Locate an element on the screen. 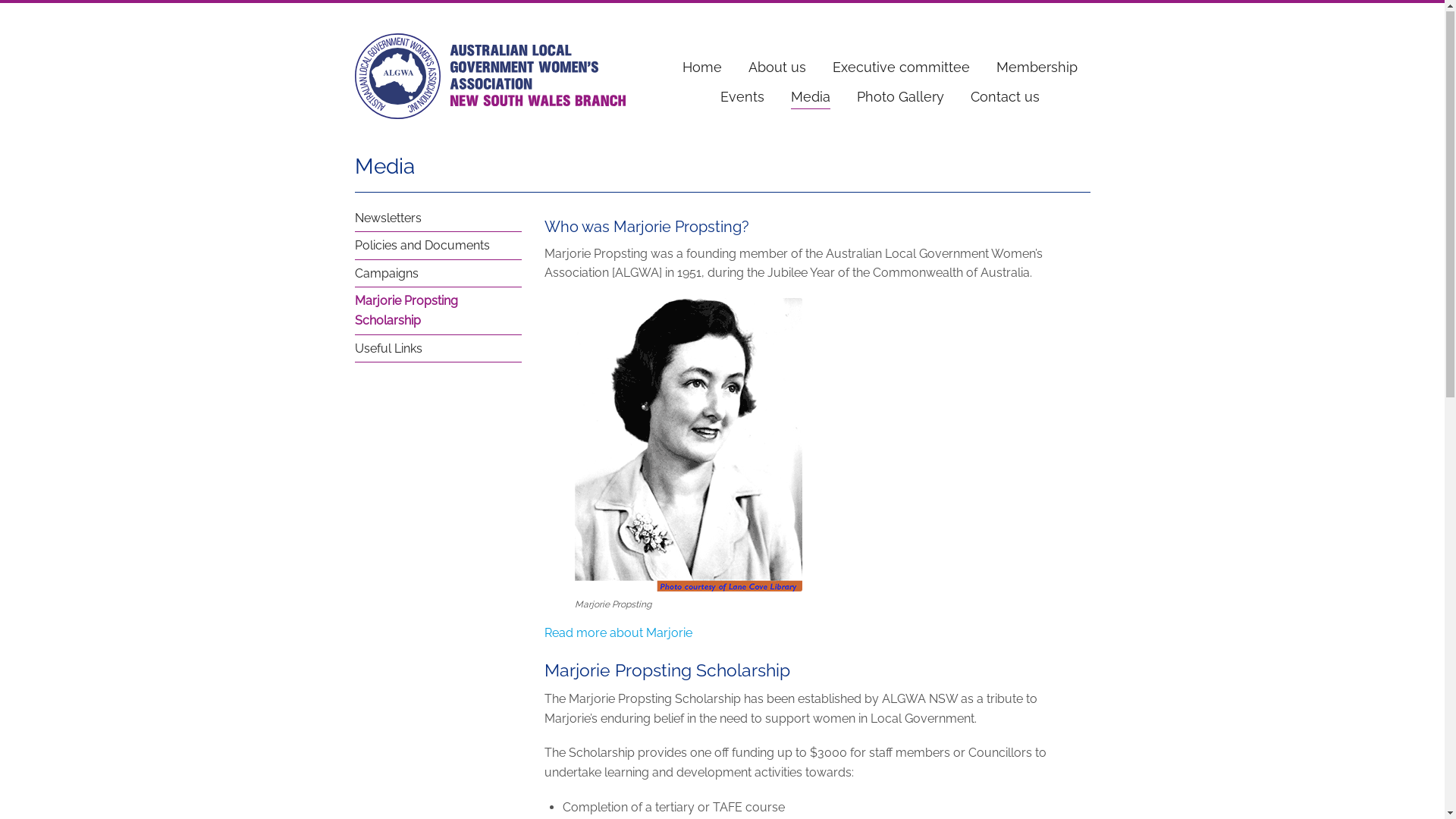 Image resolution: width=1456 pixels, height=819 pixels. 'Events' is located at coordinates (742, 97).